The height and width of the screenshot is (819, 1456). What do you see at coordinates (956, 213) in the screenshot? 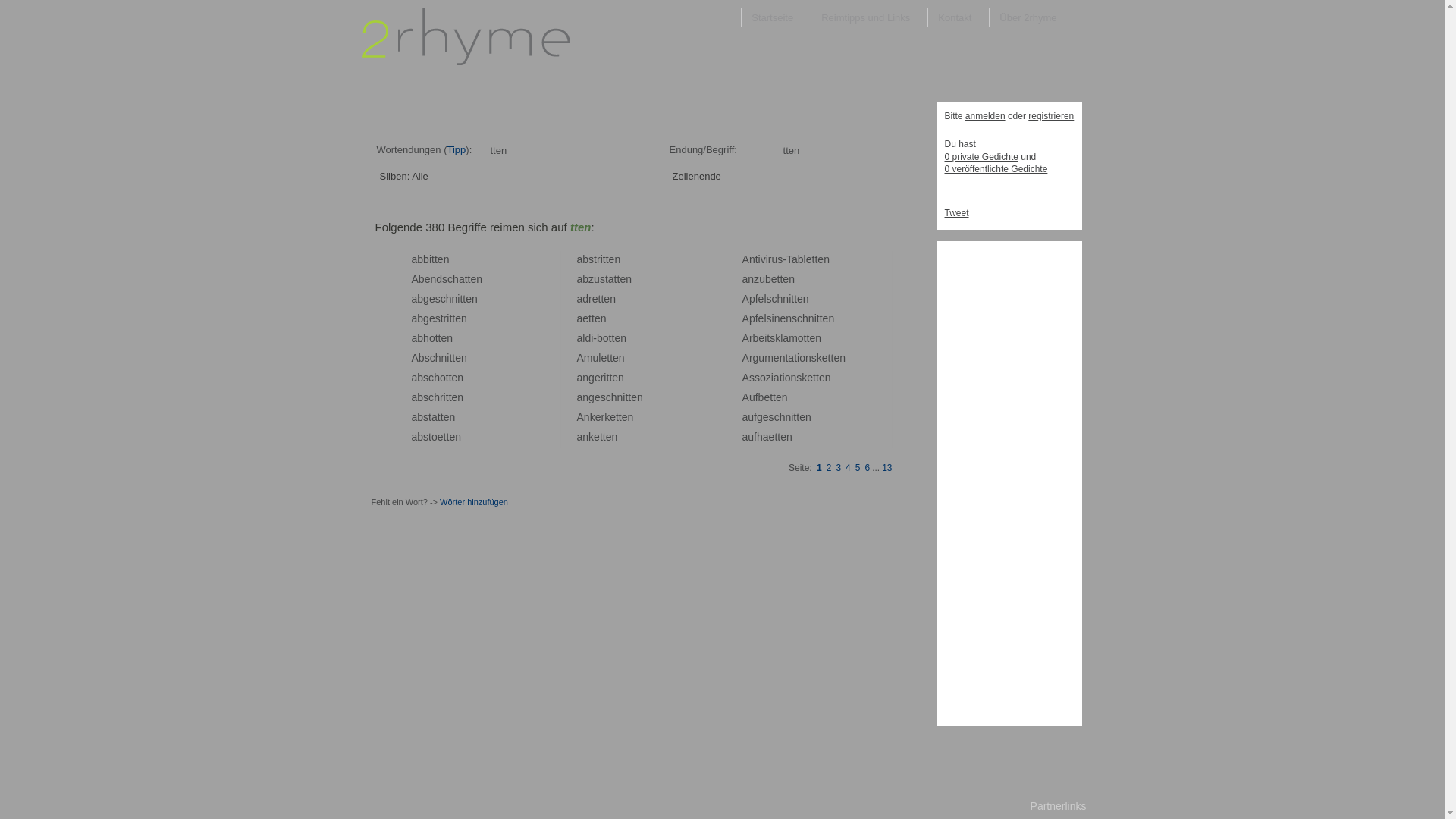
I see `'Tweet'` at bounding box center [956, 213].